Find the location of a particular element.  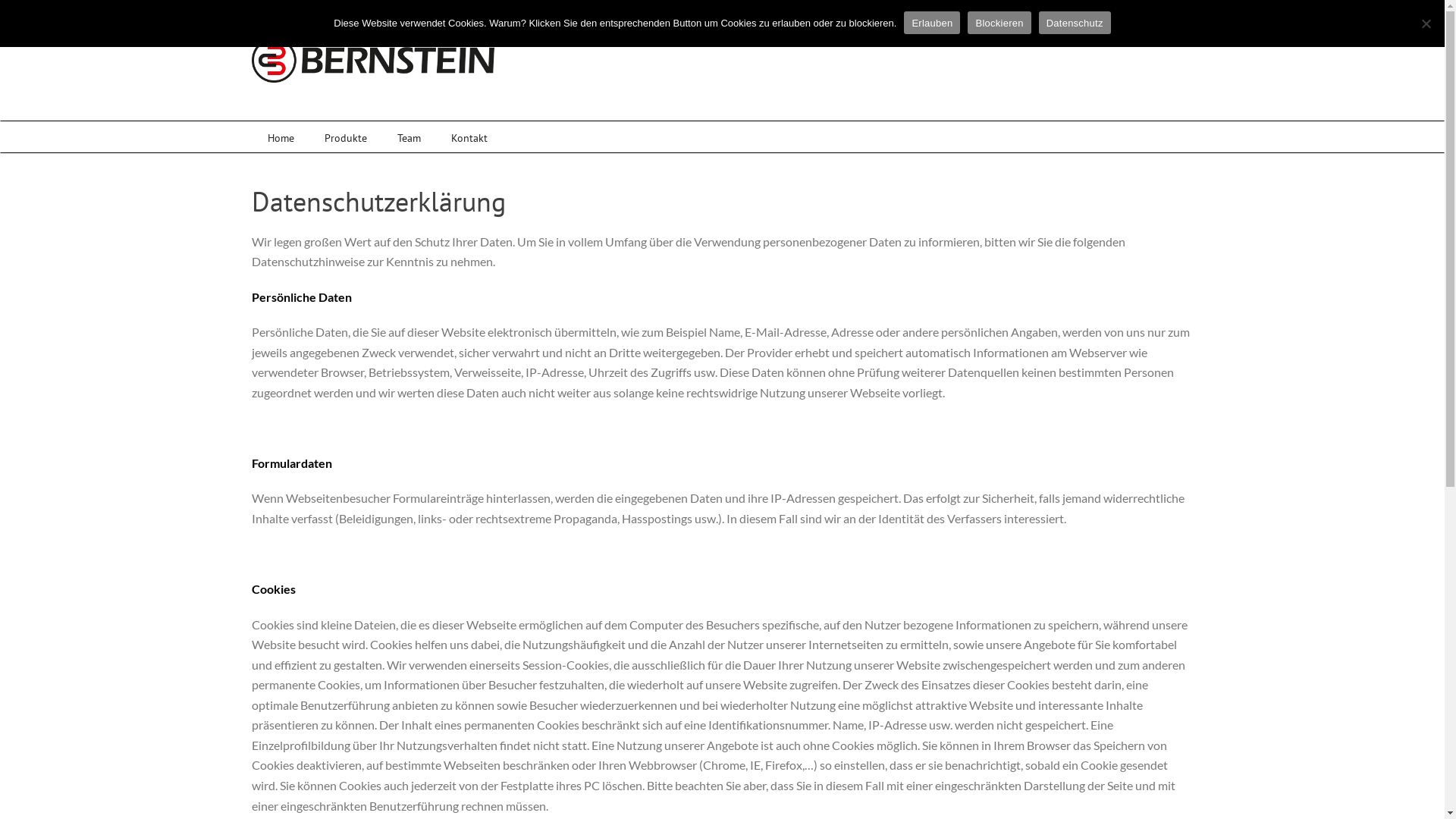

'Team' is located at coordinates (409, 137).